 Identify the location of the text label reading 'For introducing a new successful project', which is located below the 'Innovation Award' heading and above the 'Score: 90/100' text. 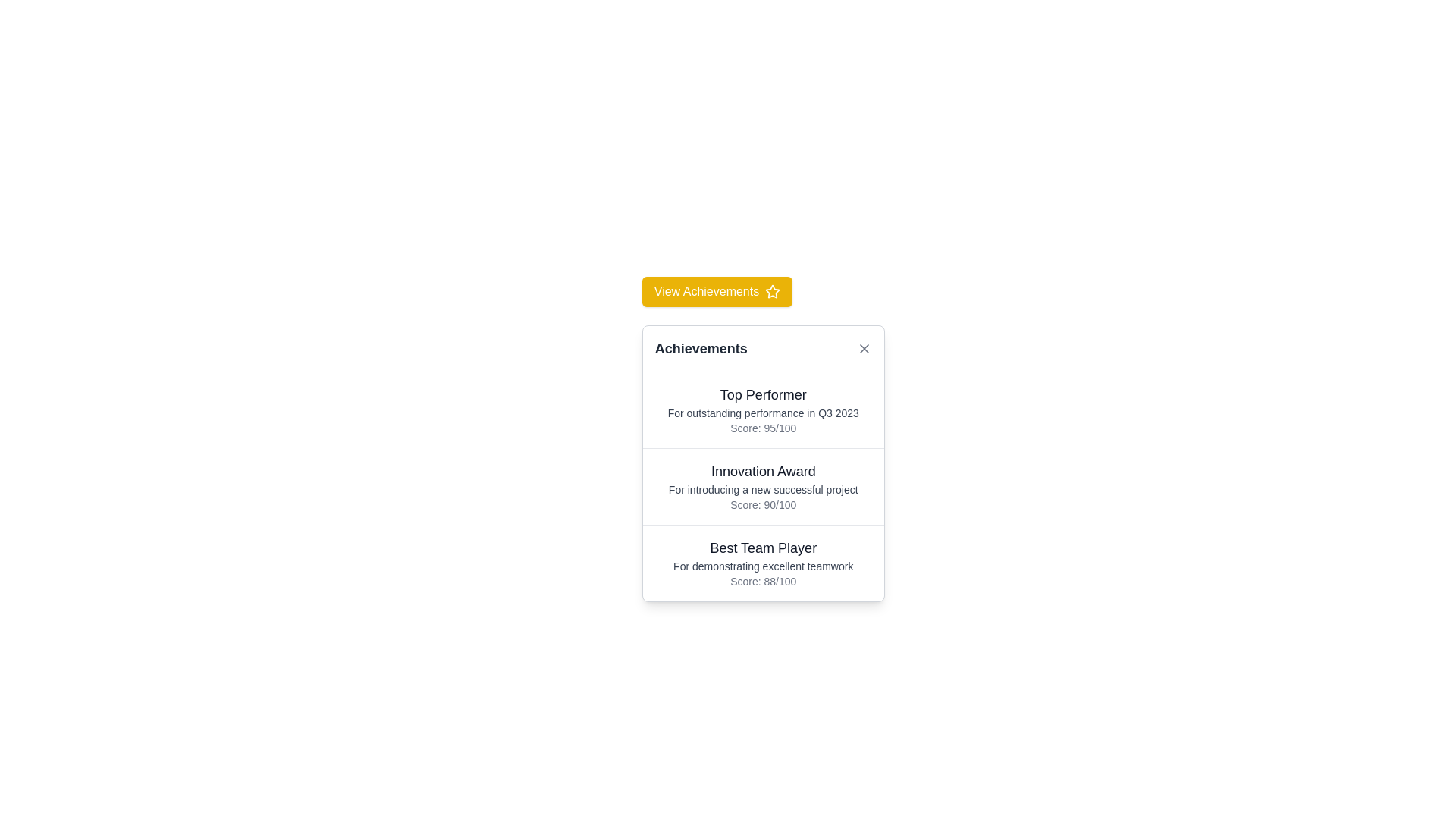
(763, 489).